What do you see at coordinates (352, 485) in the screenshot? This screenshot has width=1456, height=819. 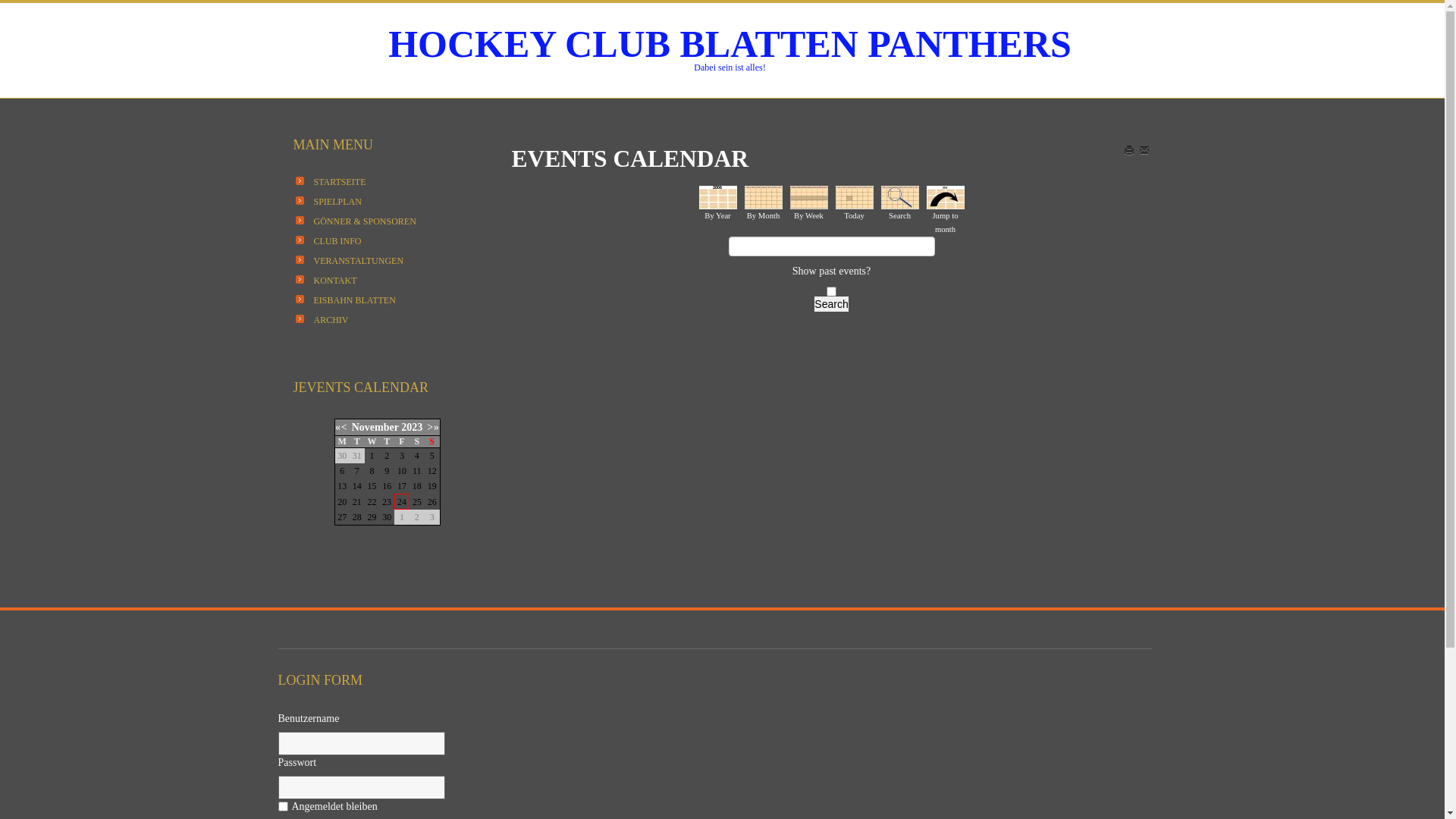 I see `'14'` at bounding box center [352, 485].